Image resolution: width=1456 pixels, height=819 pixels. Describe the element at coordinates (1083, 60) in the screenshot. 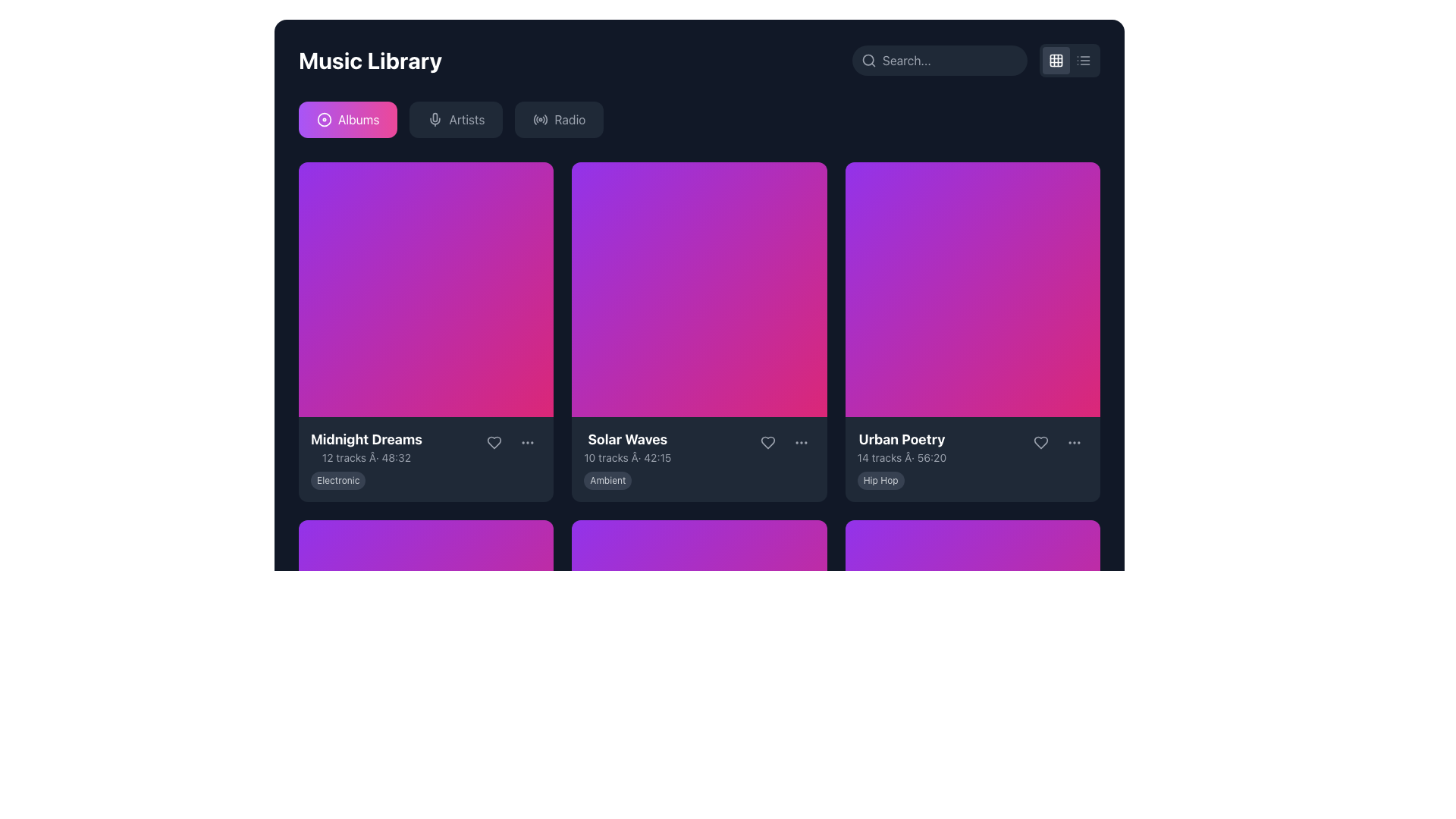

I see `the list view icon button located in the top-right corner of the interface` at that location.